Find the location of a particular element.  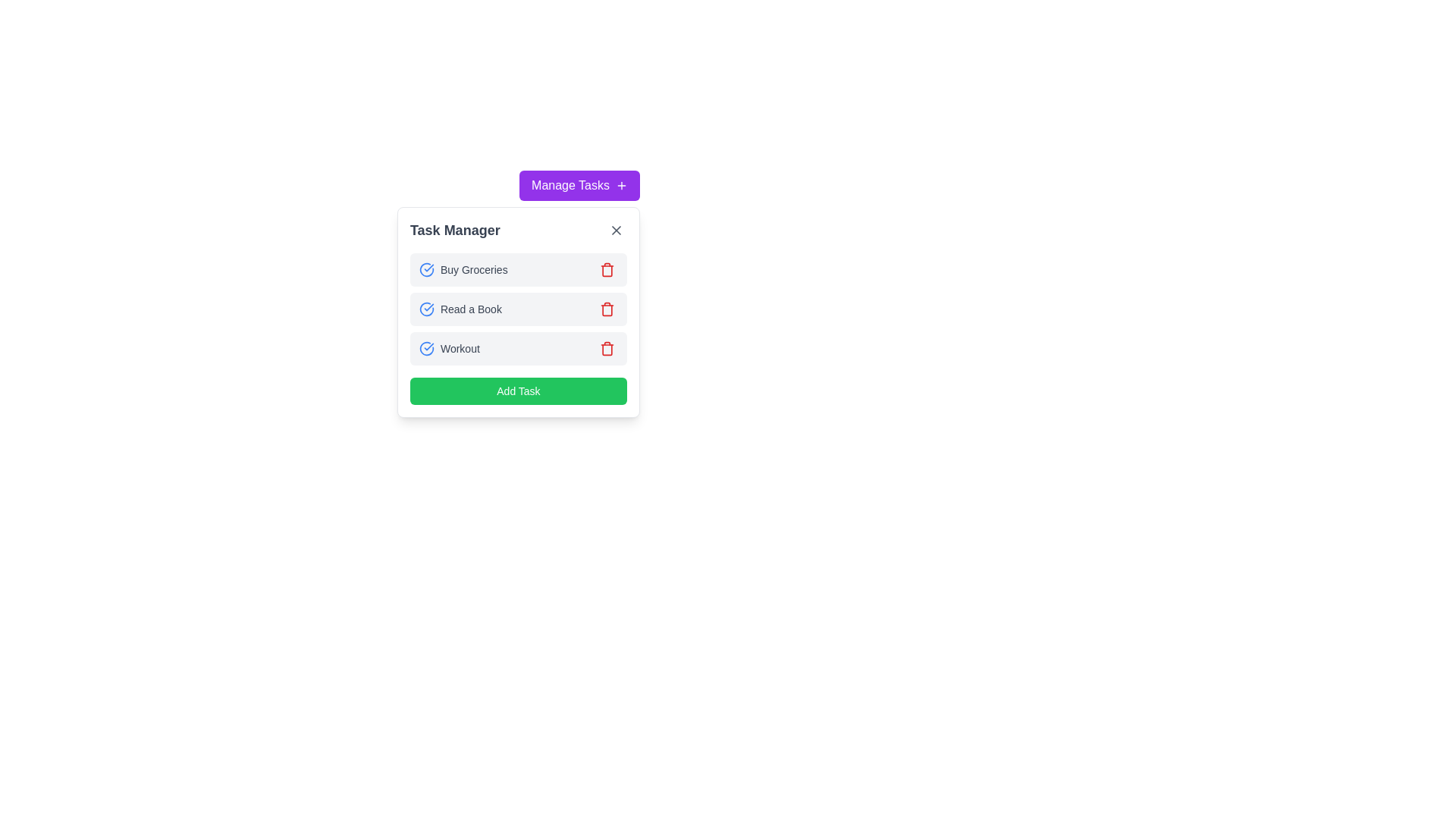

the delete button located to the right of the task 'Read a Book' is located at coordinates (607, 309).